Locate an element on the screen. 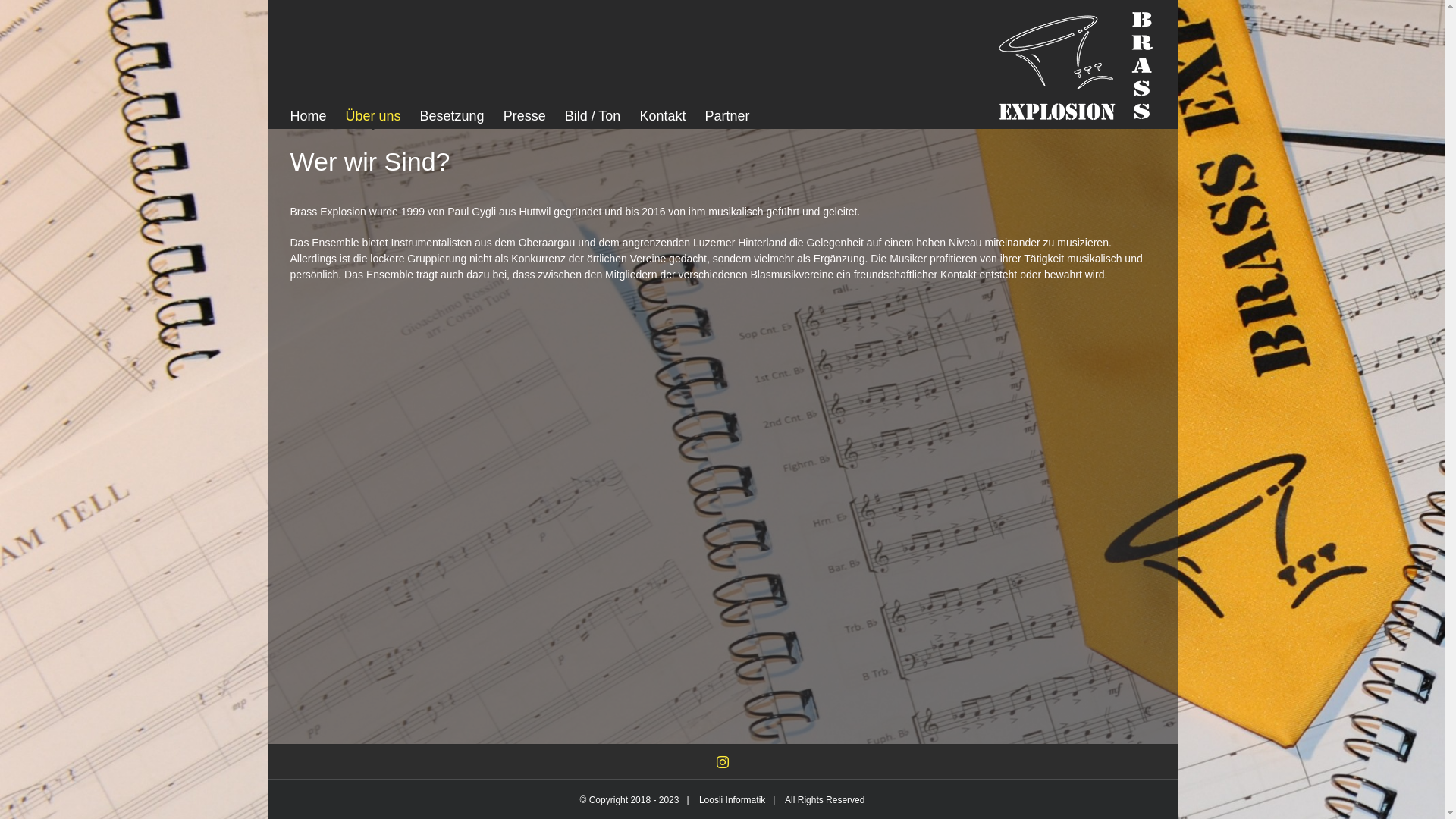  'Partner' is located at coordinates (726, 115).